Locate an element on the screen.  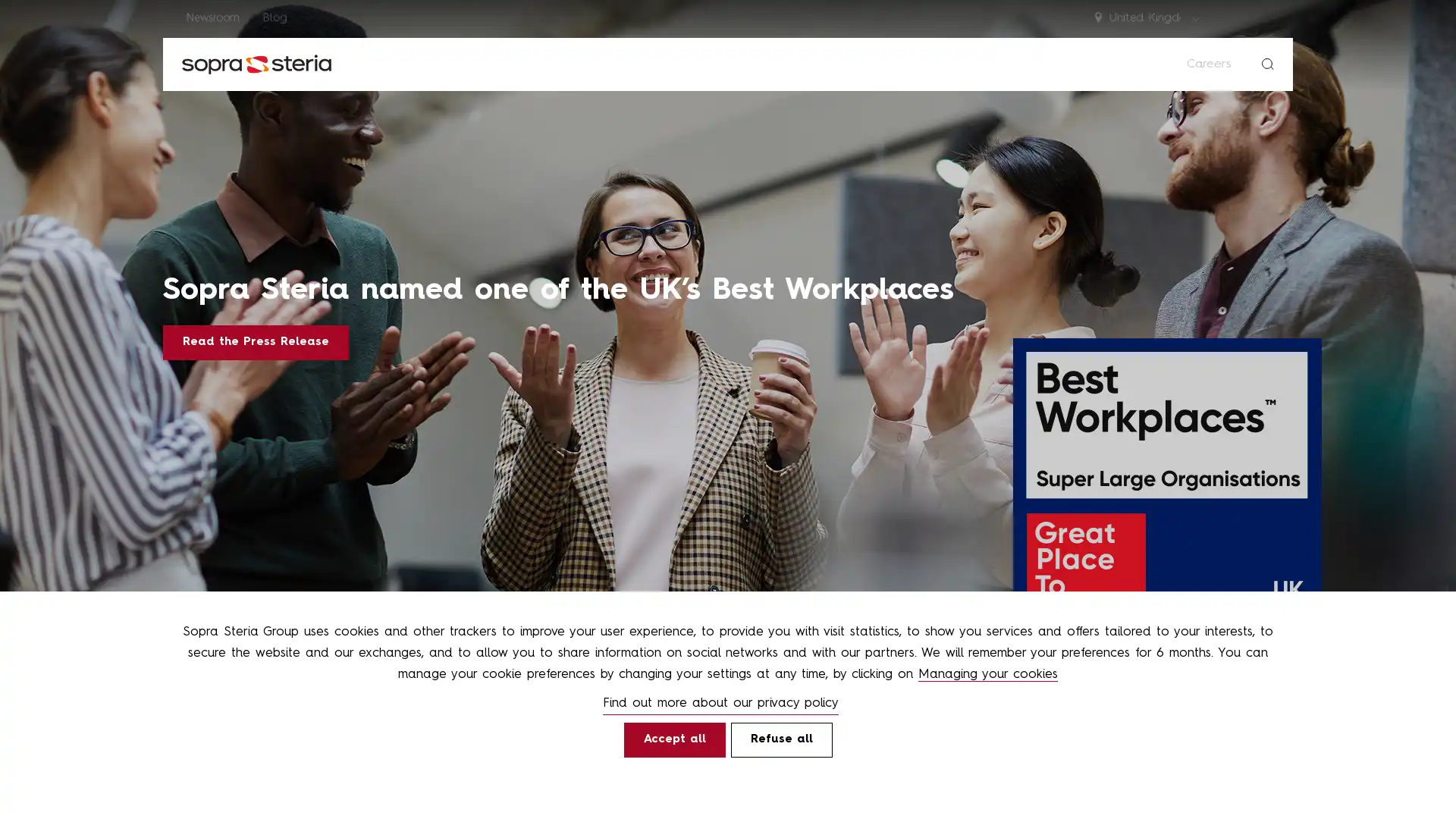
Accept all is located at coordinates (673, 739).